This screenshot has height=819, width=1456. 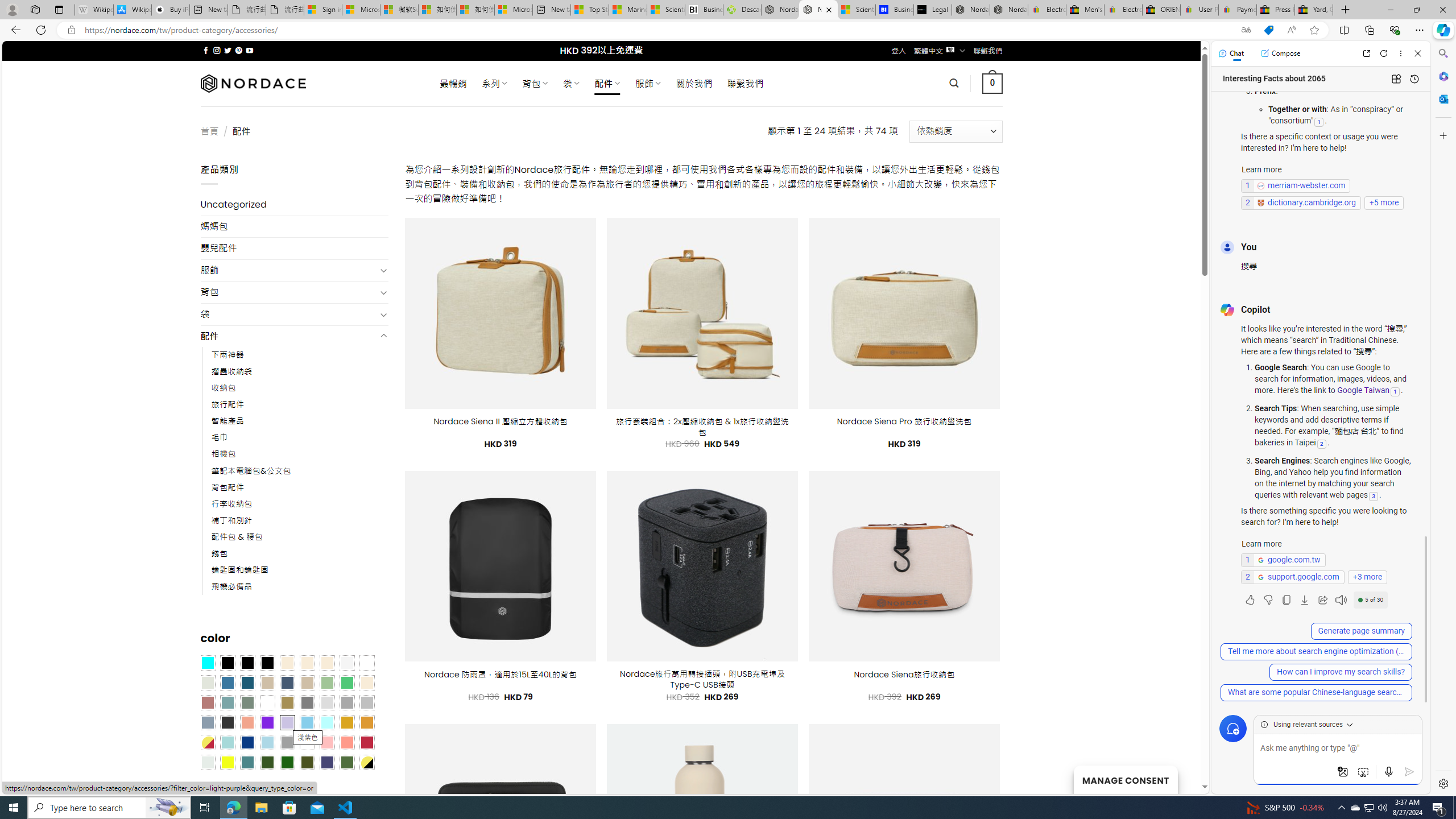 I want to click on '  0  ', so click(x=992, y=82).